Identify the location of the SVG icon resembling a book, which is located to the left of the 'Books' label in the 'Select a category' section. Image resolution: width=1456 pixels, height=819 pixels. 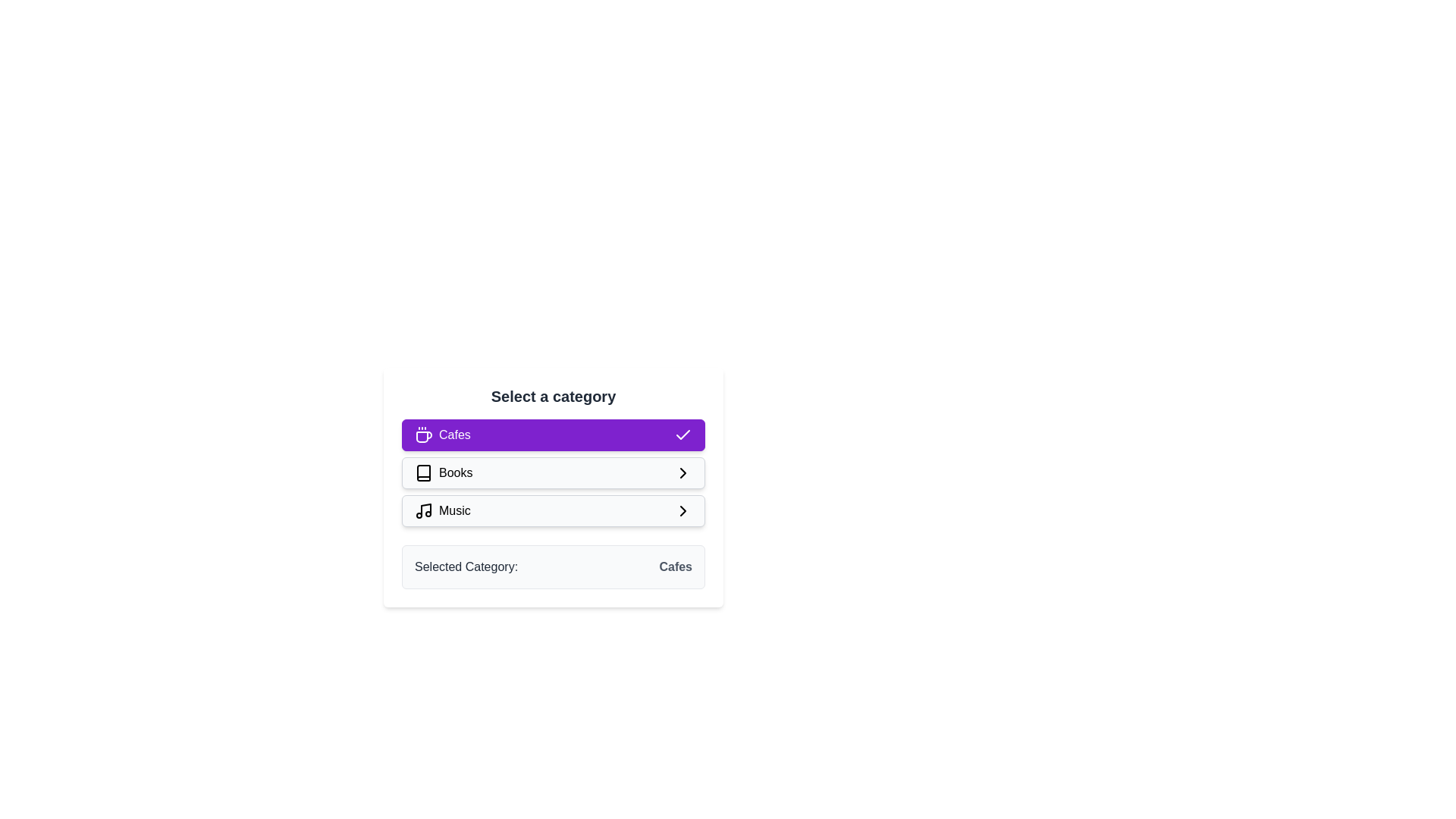
(423, 472).